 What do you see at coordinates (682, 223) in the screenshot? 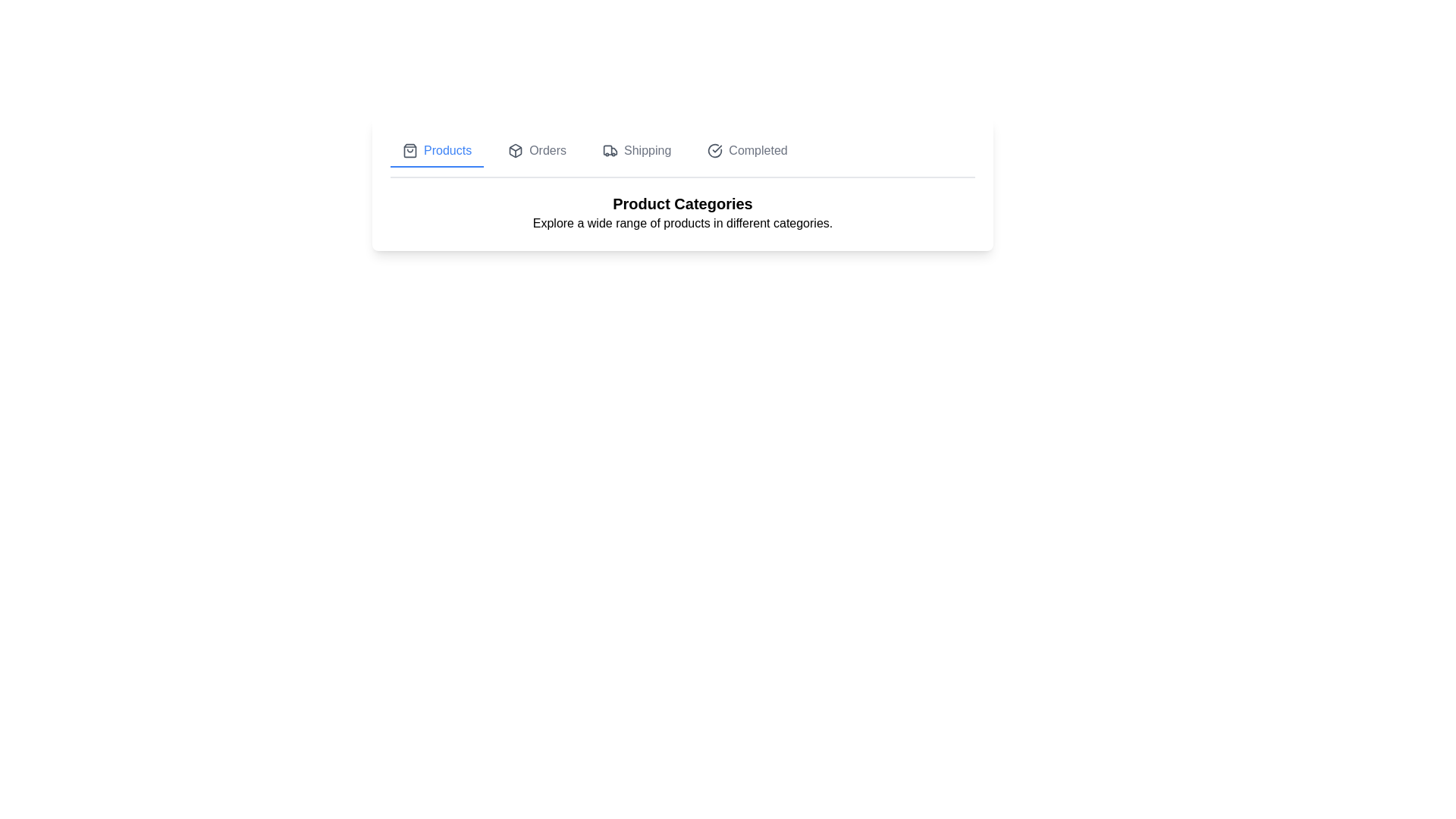
I see `the contextual information text located below the 'Product Categories' heading, which is the second element among its siblings` at bounding box center [682, 223].